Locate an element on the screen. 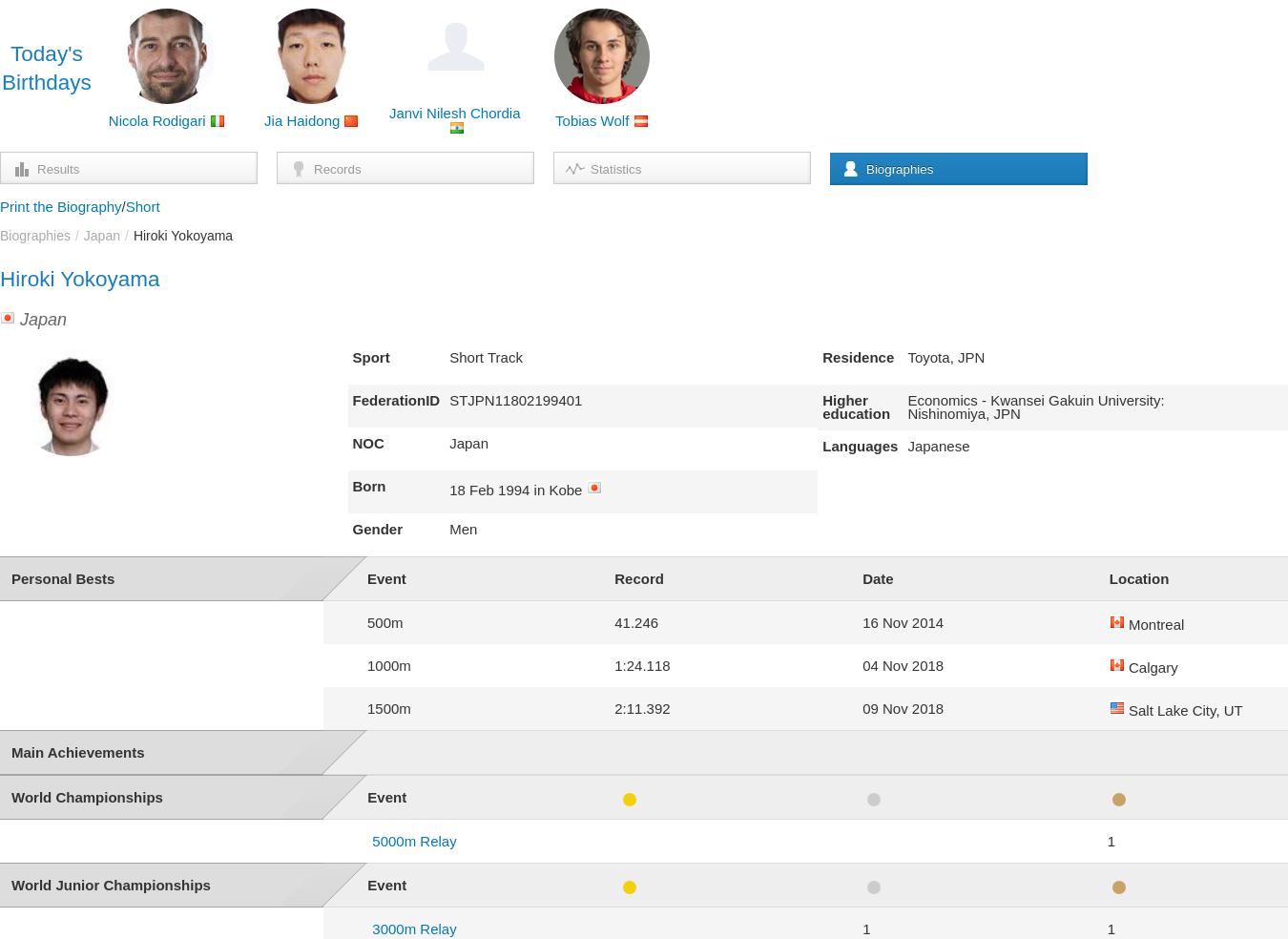 The image size is (1288, 939). 'Today's' is located at coordinates (45, 52).